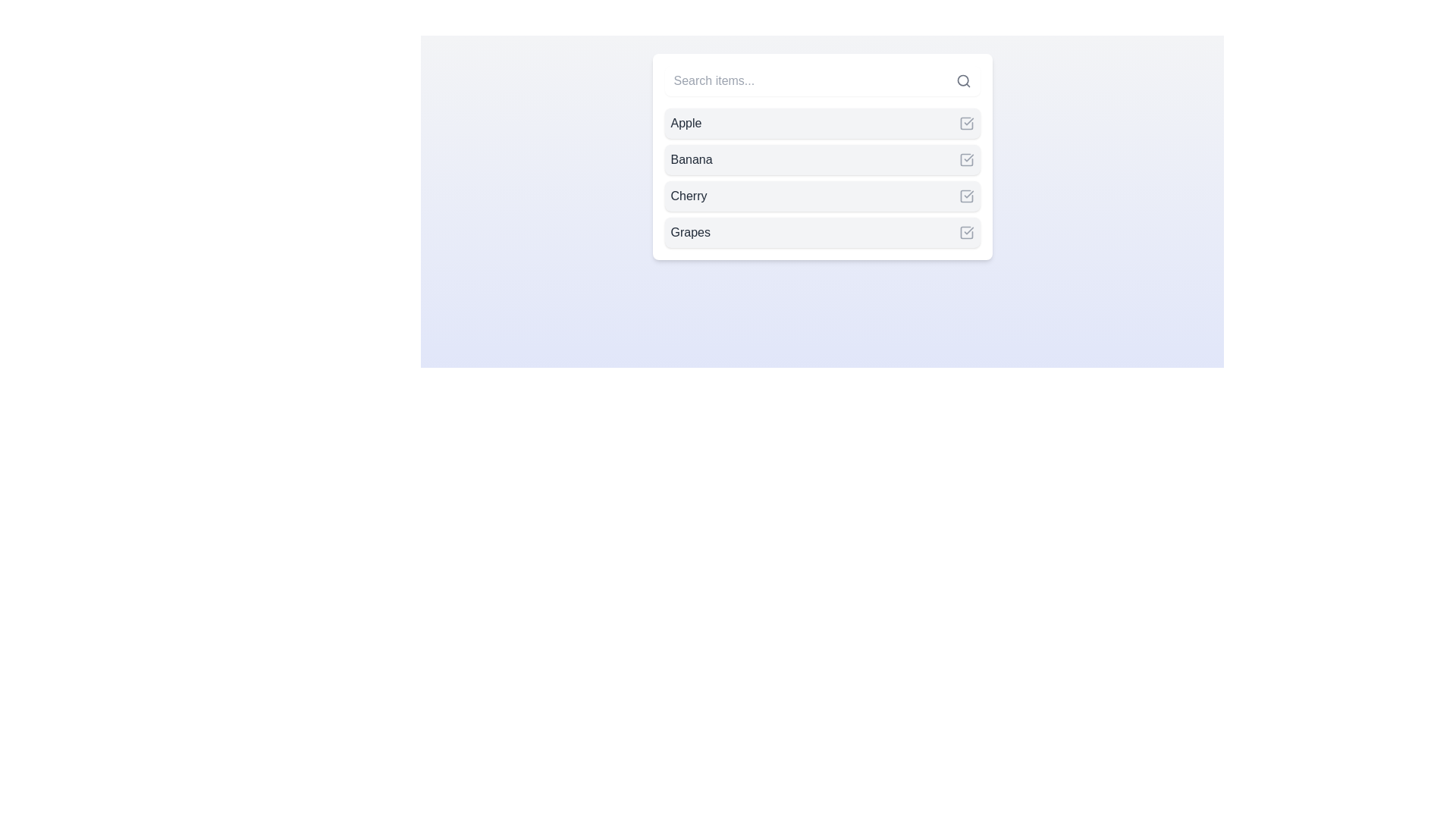 The height and width of the screenshot is (819, 1456). I want to click on the text label in the first row of the vertically aligned list, so click(684, 122).